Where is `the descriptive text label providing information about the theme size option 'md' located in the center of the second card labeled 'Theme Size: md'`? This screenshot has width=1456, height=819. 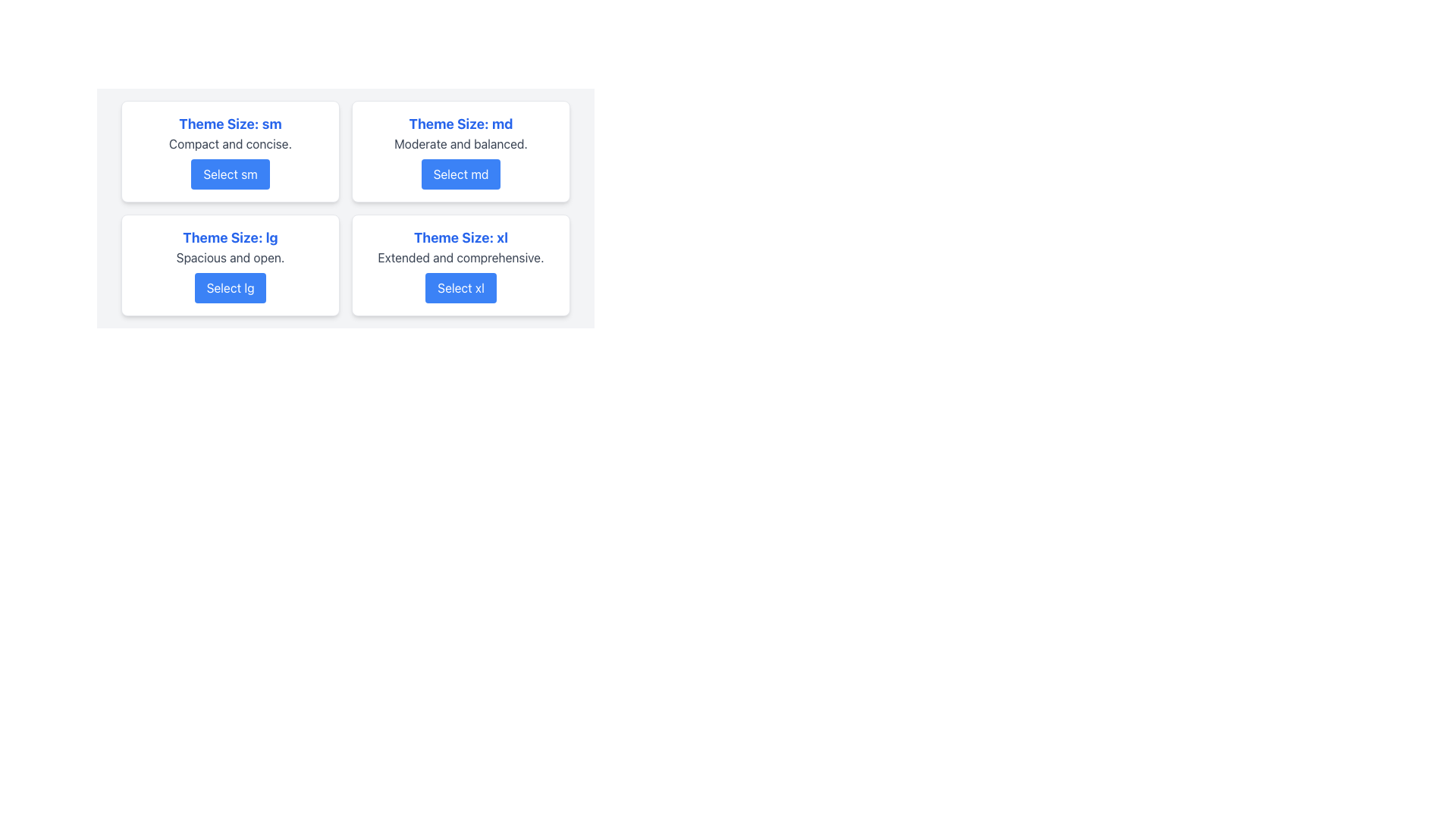
the descriptive text label providing information about the theme size option 'md' located in the center of the second card labeled 'Theme Size: md' is located at coordinates (460, 143).